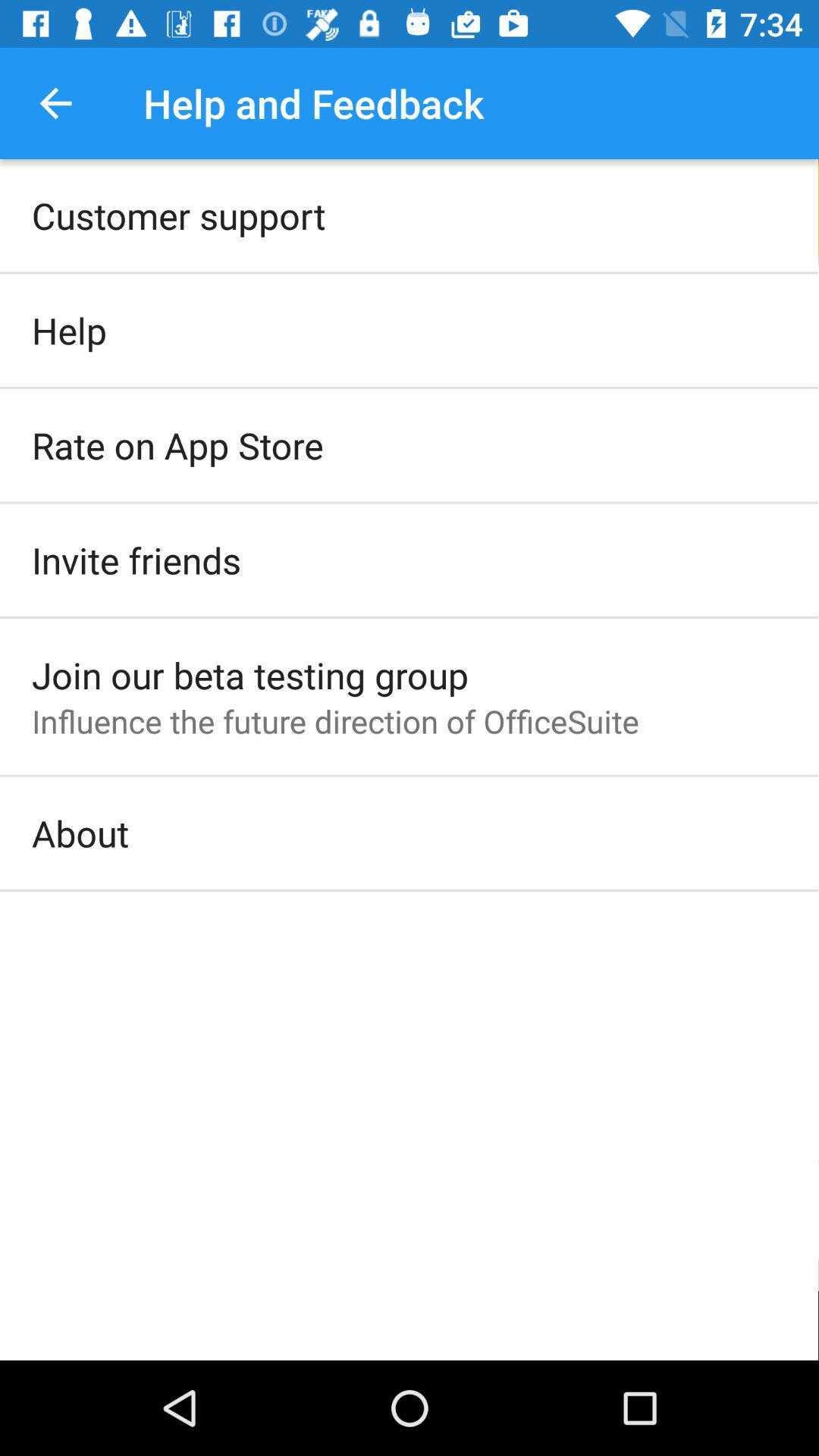 The width and height of the screenshot is (819, 1456). Describe the element at coordinates (55, 102) in the screenshot. I see `the app to the left of help and feedback icon` at that location.